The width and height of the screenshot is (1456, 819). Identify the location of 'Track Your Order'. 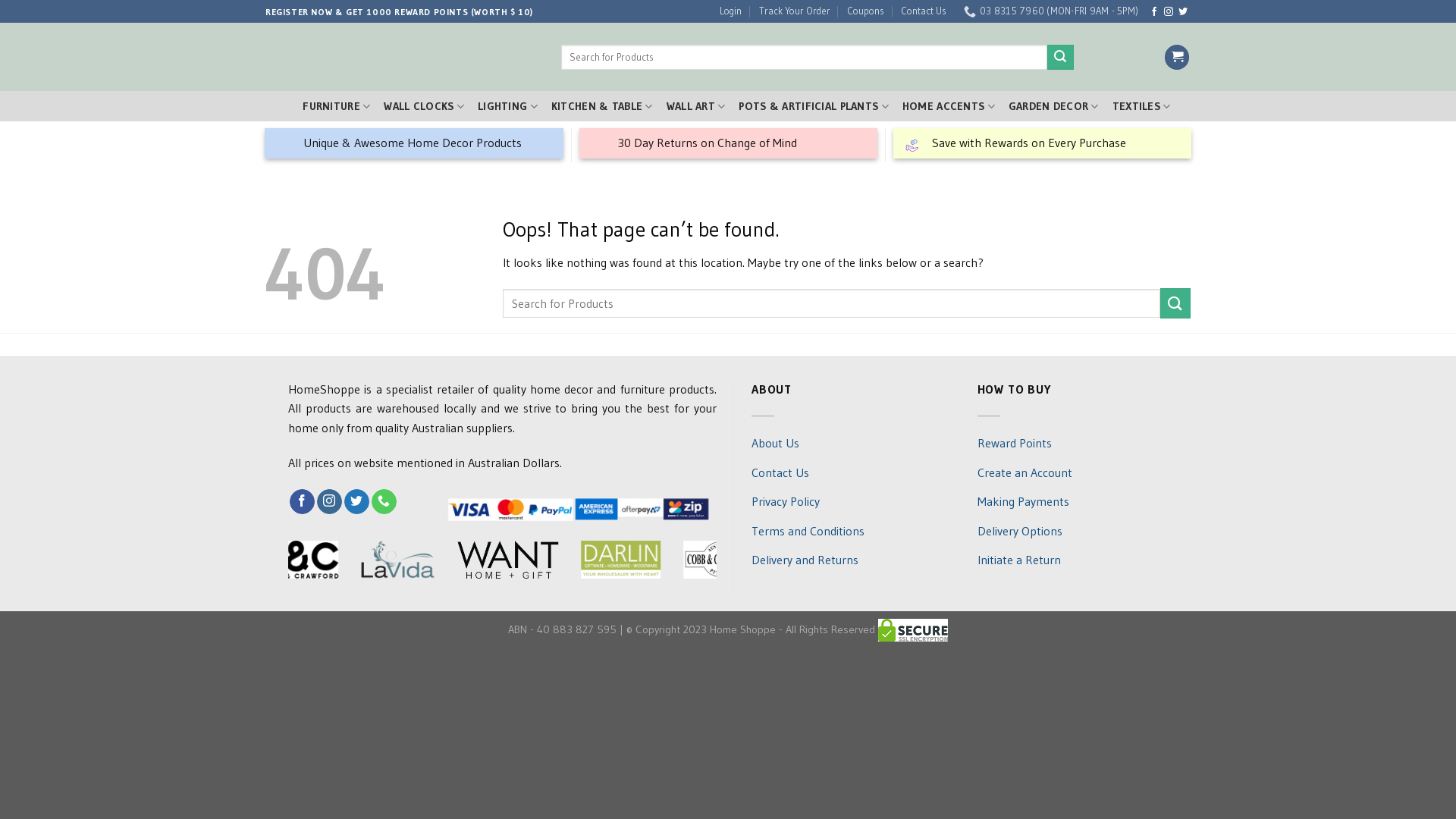
(789, 11).